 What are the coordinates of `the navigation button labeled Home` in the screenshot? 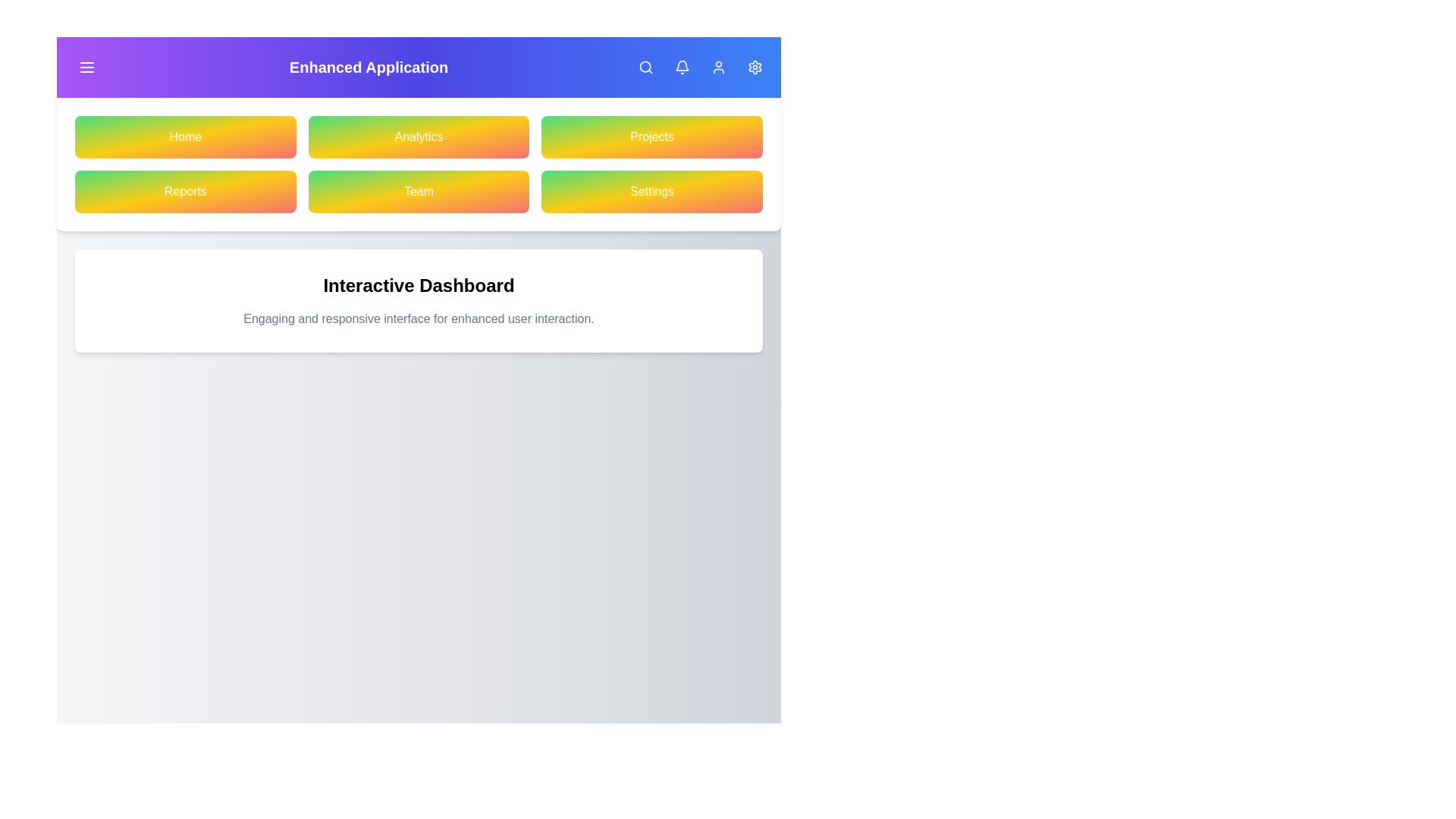 It's located at (184, 137).